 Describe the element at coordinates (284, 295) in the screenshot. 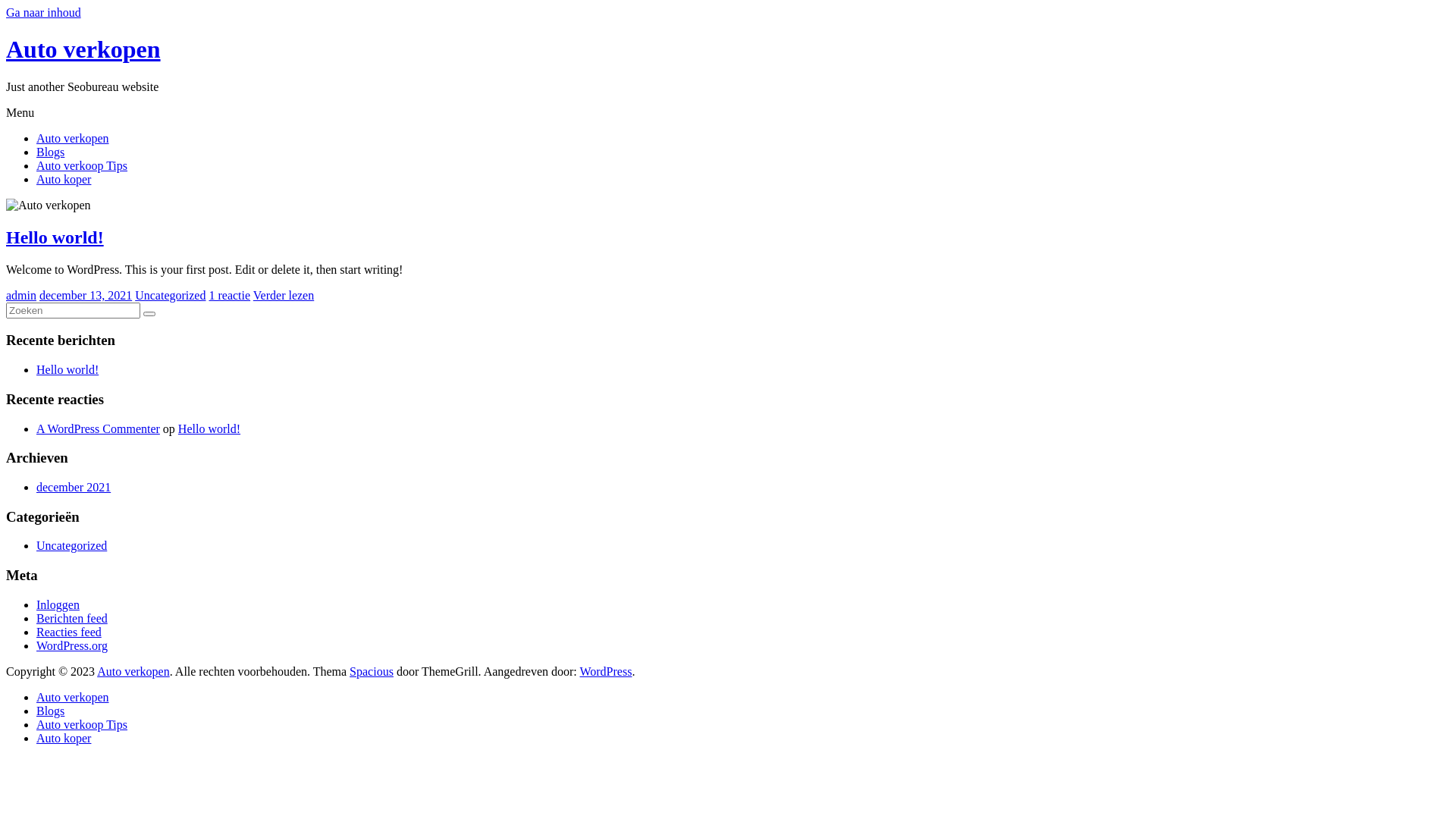

I see `'Verder lezen'` at that location.